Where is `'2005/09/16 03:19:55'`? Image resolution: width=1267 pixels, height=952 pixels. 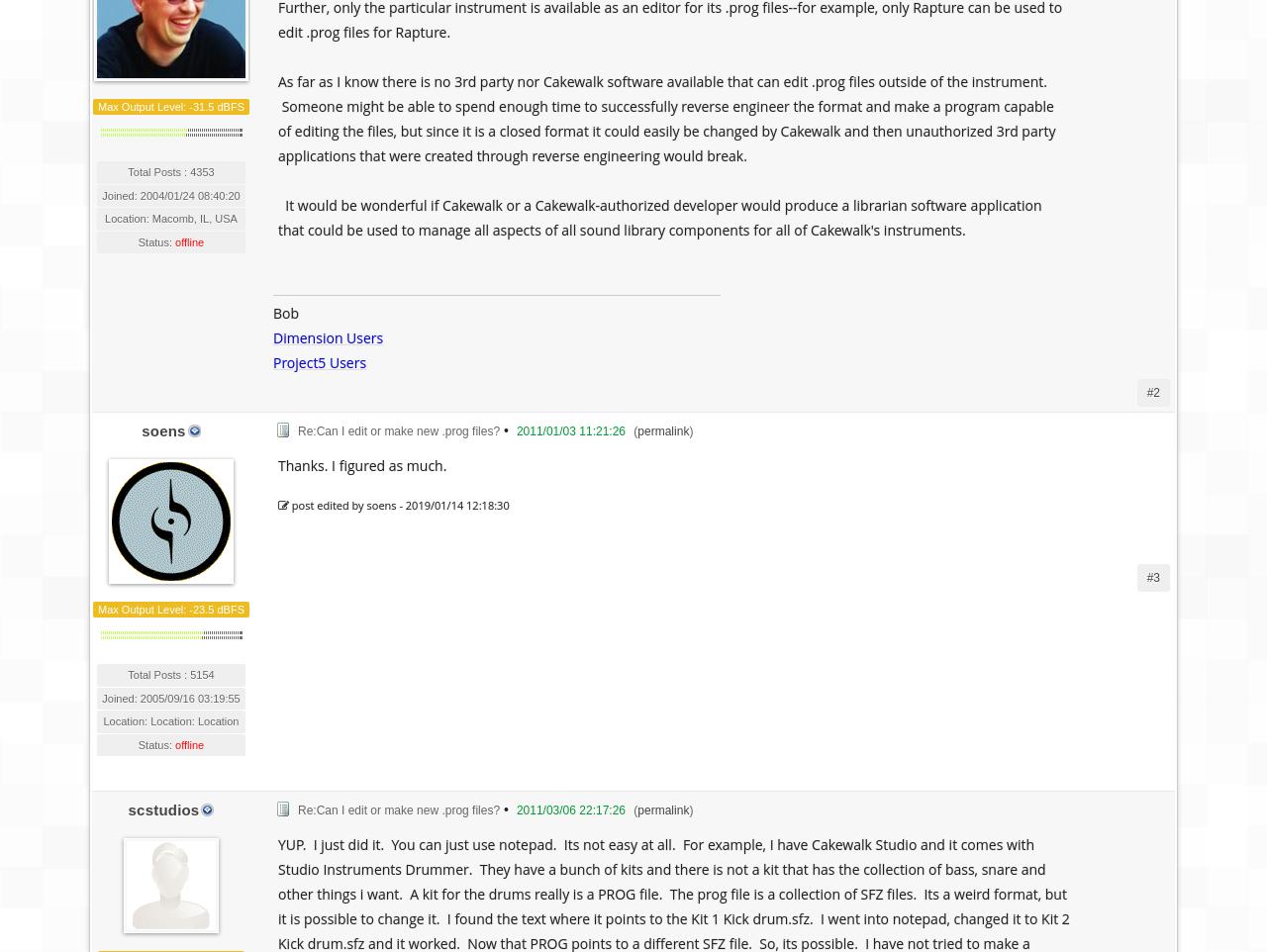 '2005/09/16 03:19:55' is located at coordinates (189, 696).